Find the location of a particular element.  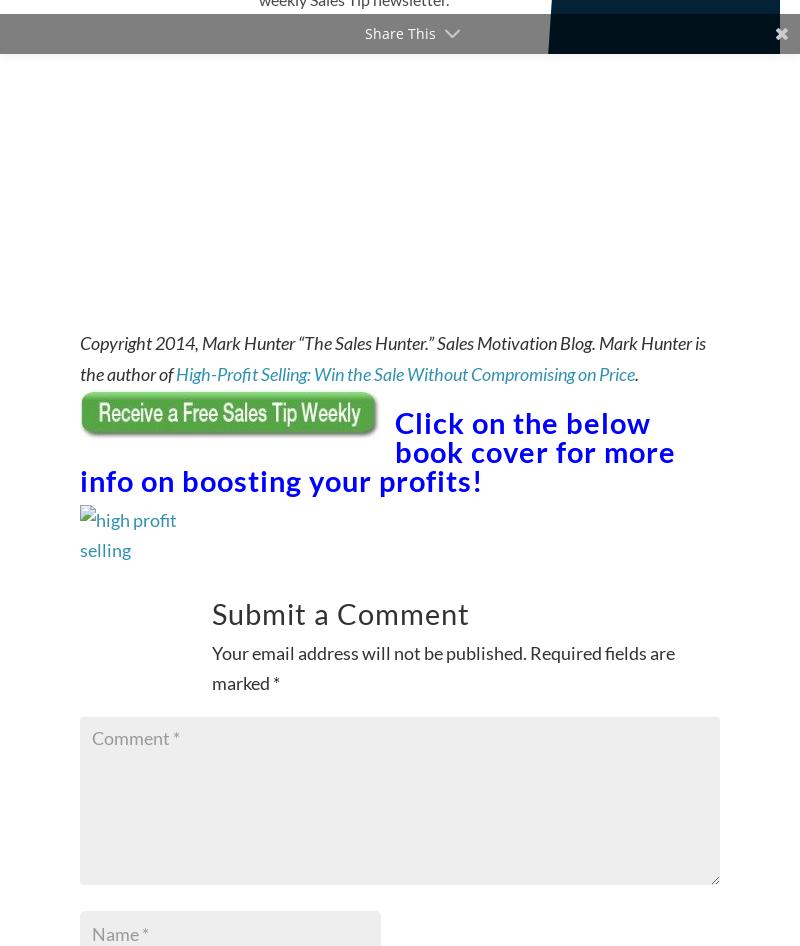

'Required fields are marked' is located at coordinates (442, 667).